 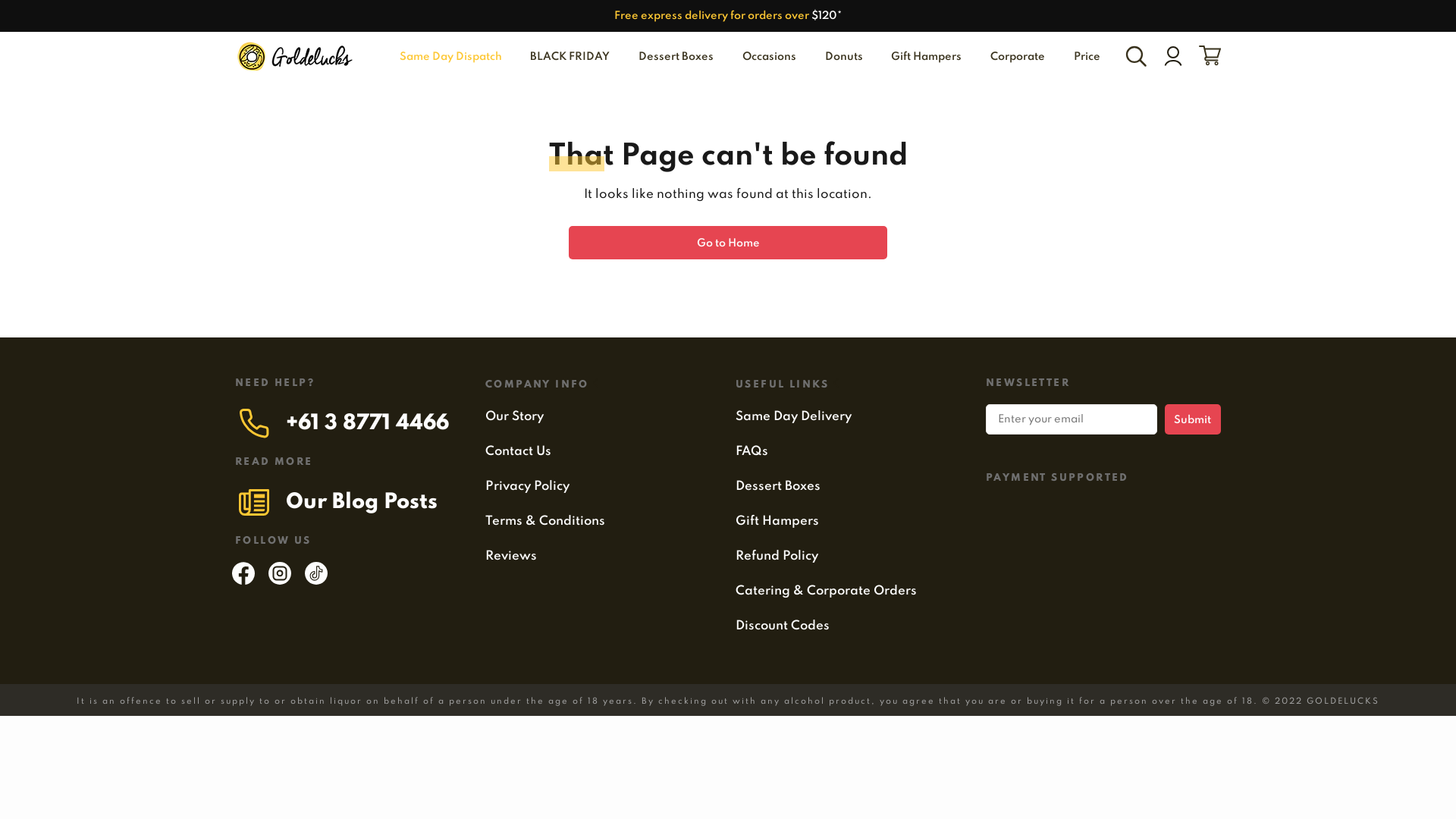 What do you see at coordinates (1018, 56) in the screenshot?
I see `'Corporate'` at bounding box center [1018, 56].